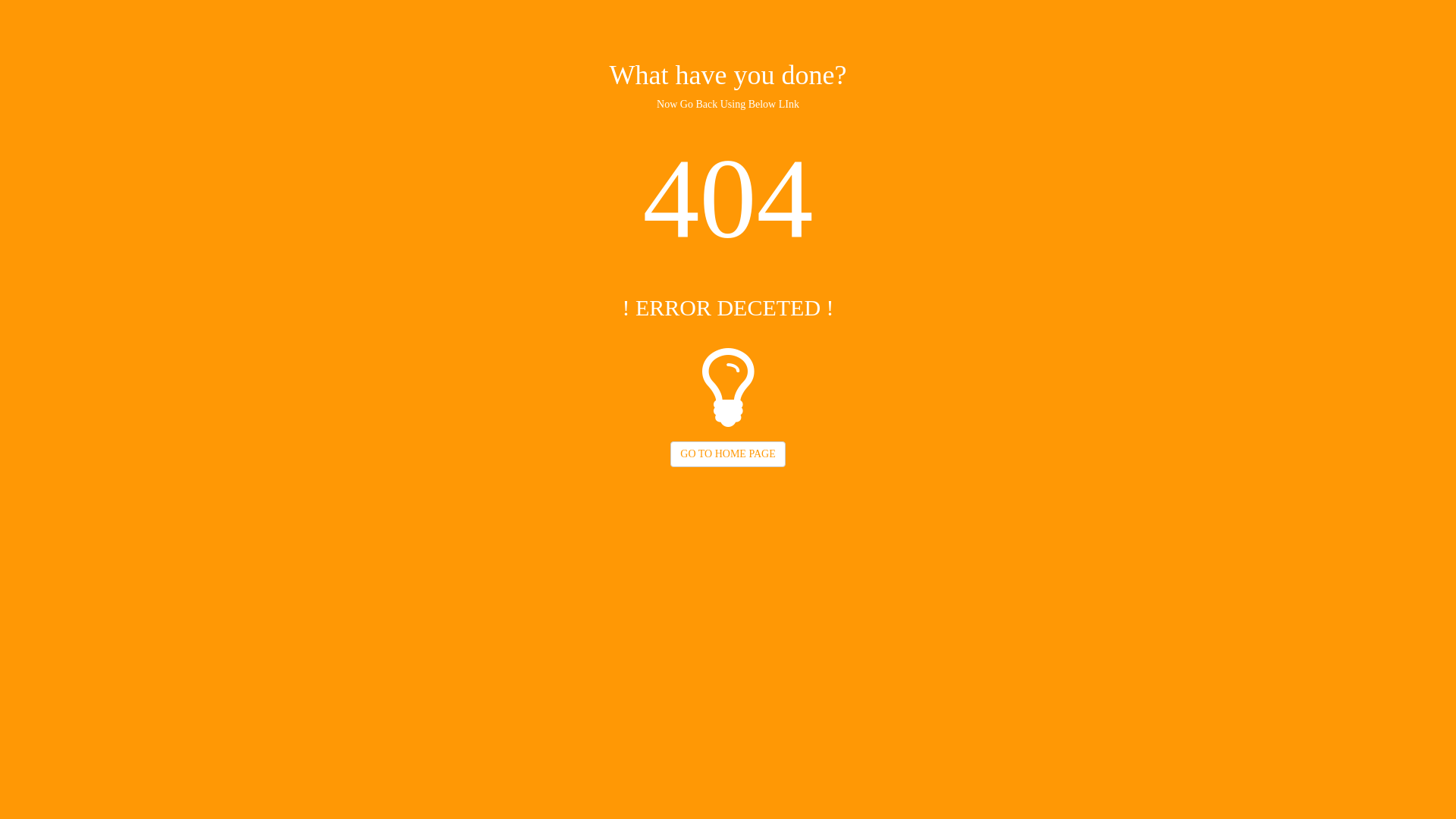  I want to click on 'GO TO HOME PAGE', so click(726, 453).